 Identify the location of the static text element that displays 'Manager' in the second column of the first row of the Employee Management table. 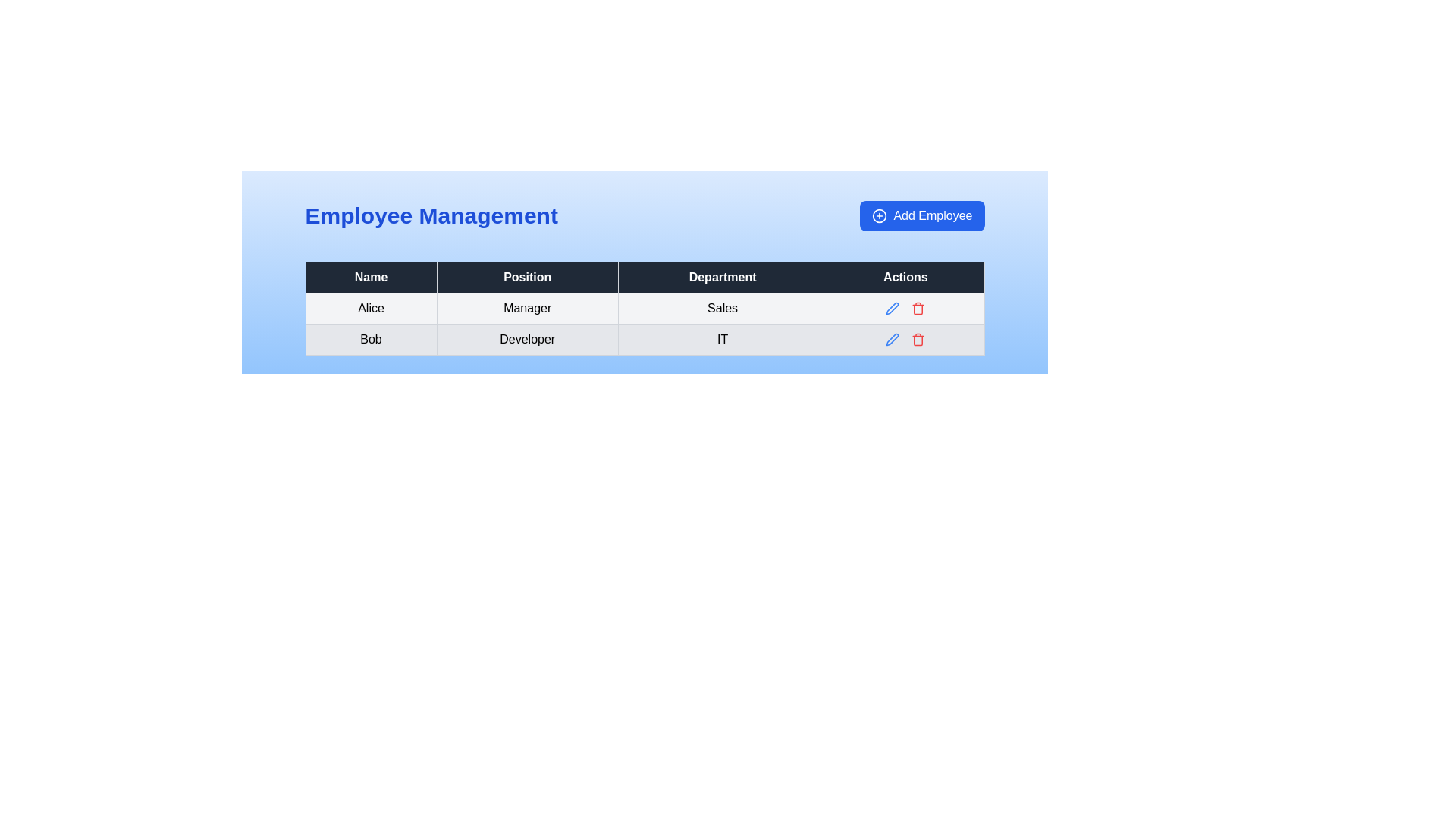
(527, 308).